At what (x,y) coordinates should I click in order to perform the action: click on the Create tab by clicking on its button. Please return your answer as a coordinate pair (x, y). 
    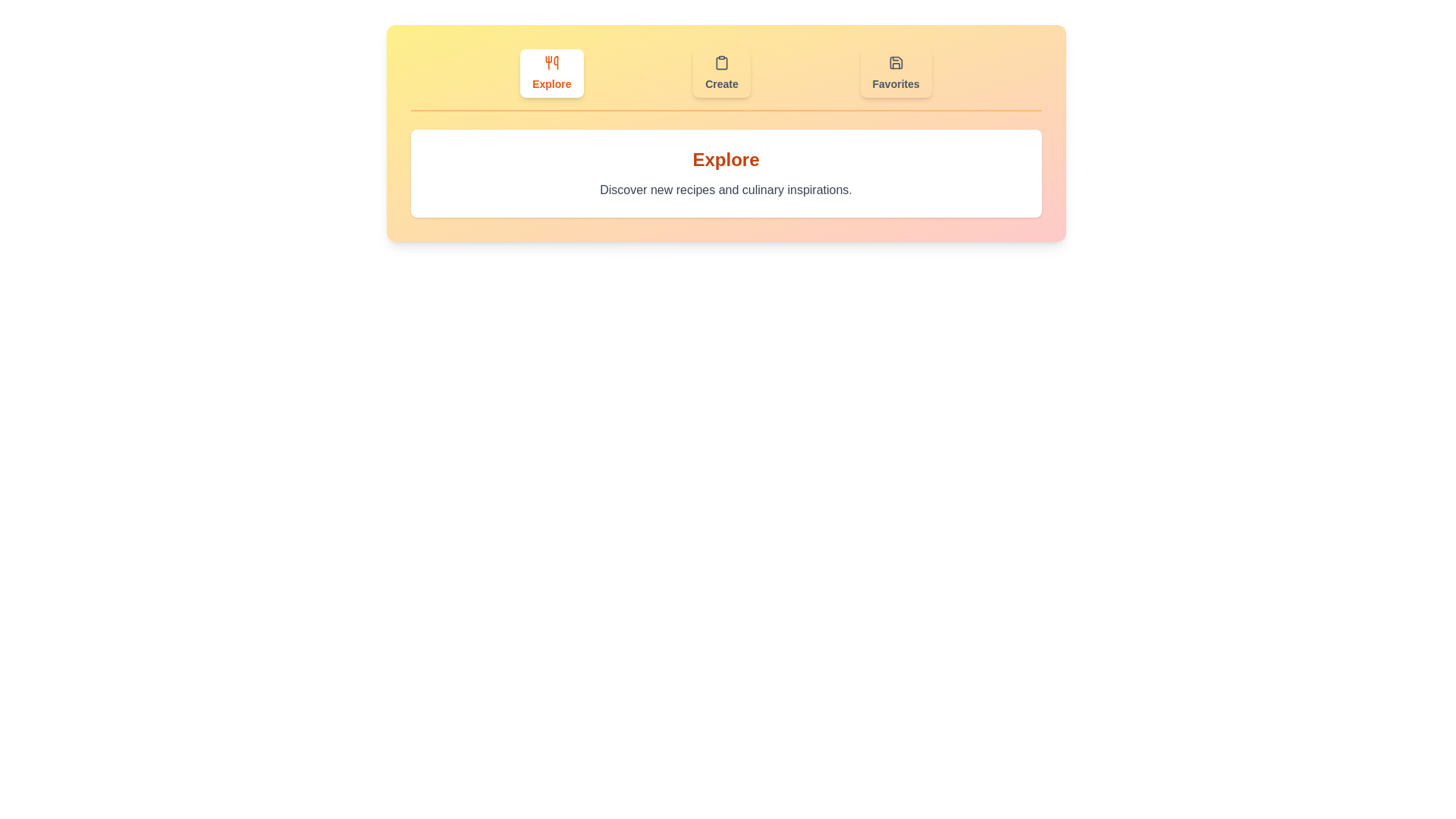
    Looking at the image, I should click on (720, 73).